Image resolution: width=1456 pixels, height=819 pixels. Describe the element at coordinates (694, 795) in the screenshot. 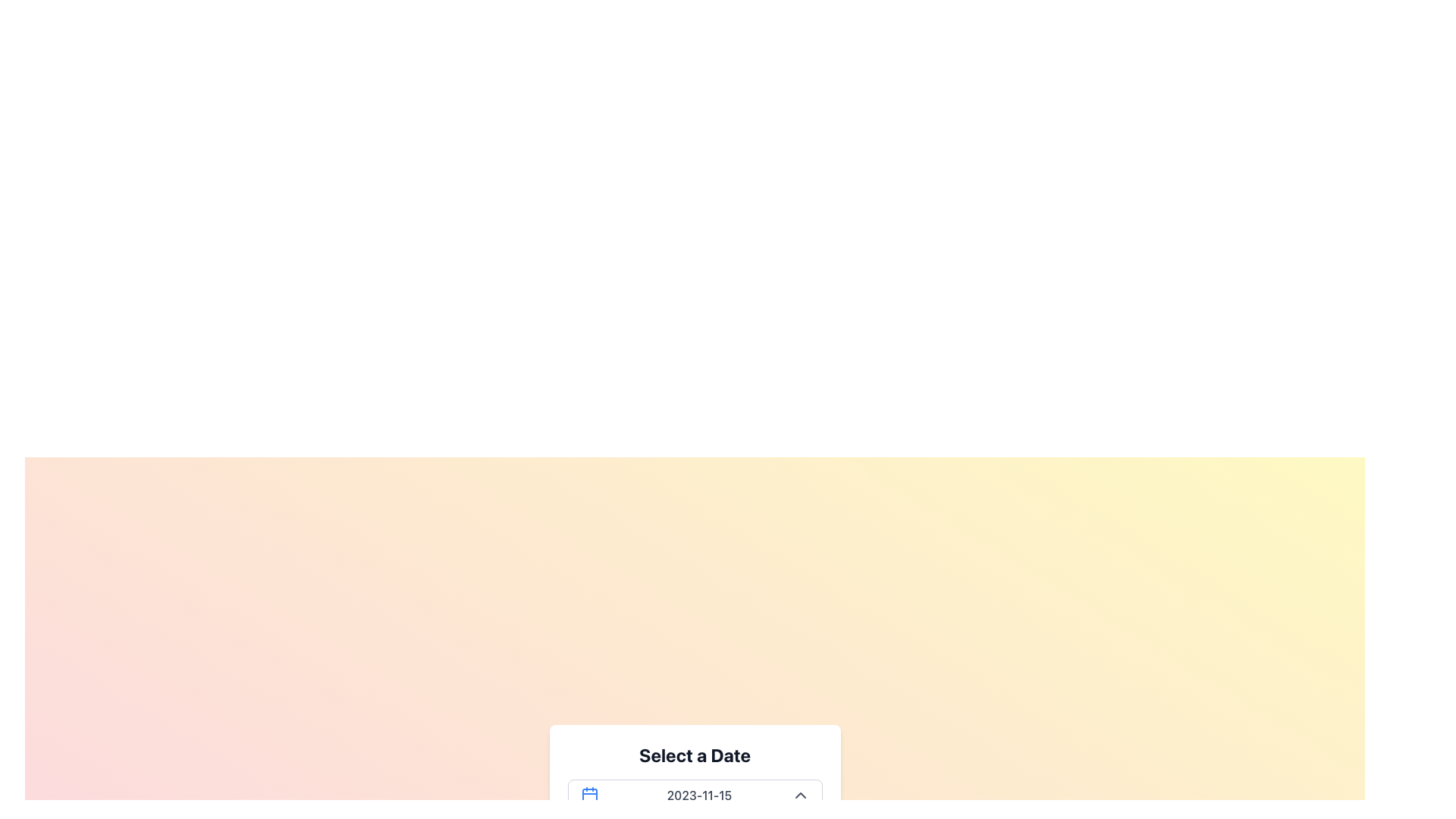

I see `the Interactive date field element with a blue calendar icon on the left and a gray upward-pointing chevron icon on the right for text editing or selection` at that location.